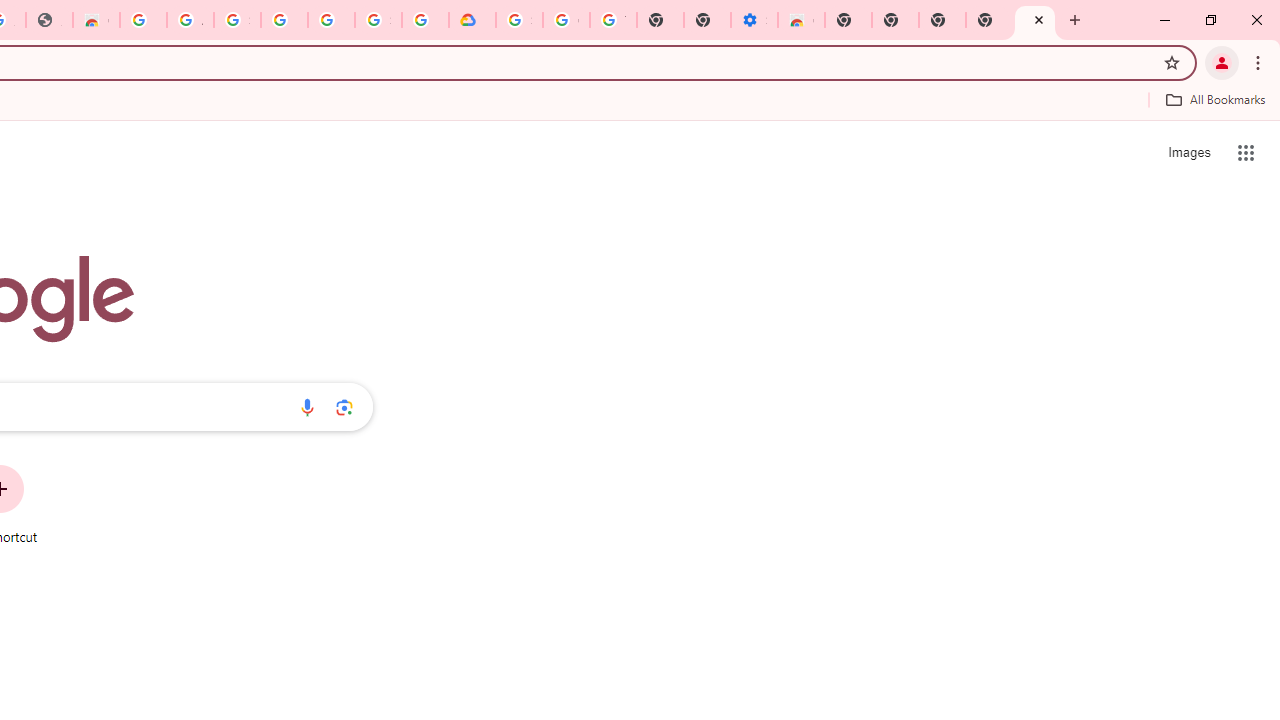  Describe the element at coordinates (1035, 20) in the screenshot. I see `'New Tab'` at that location.